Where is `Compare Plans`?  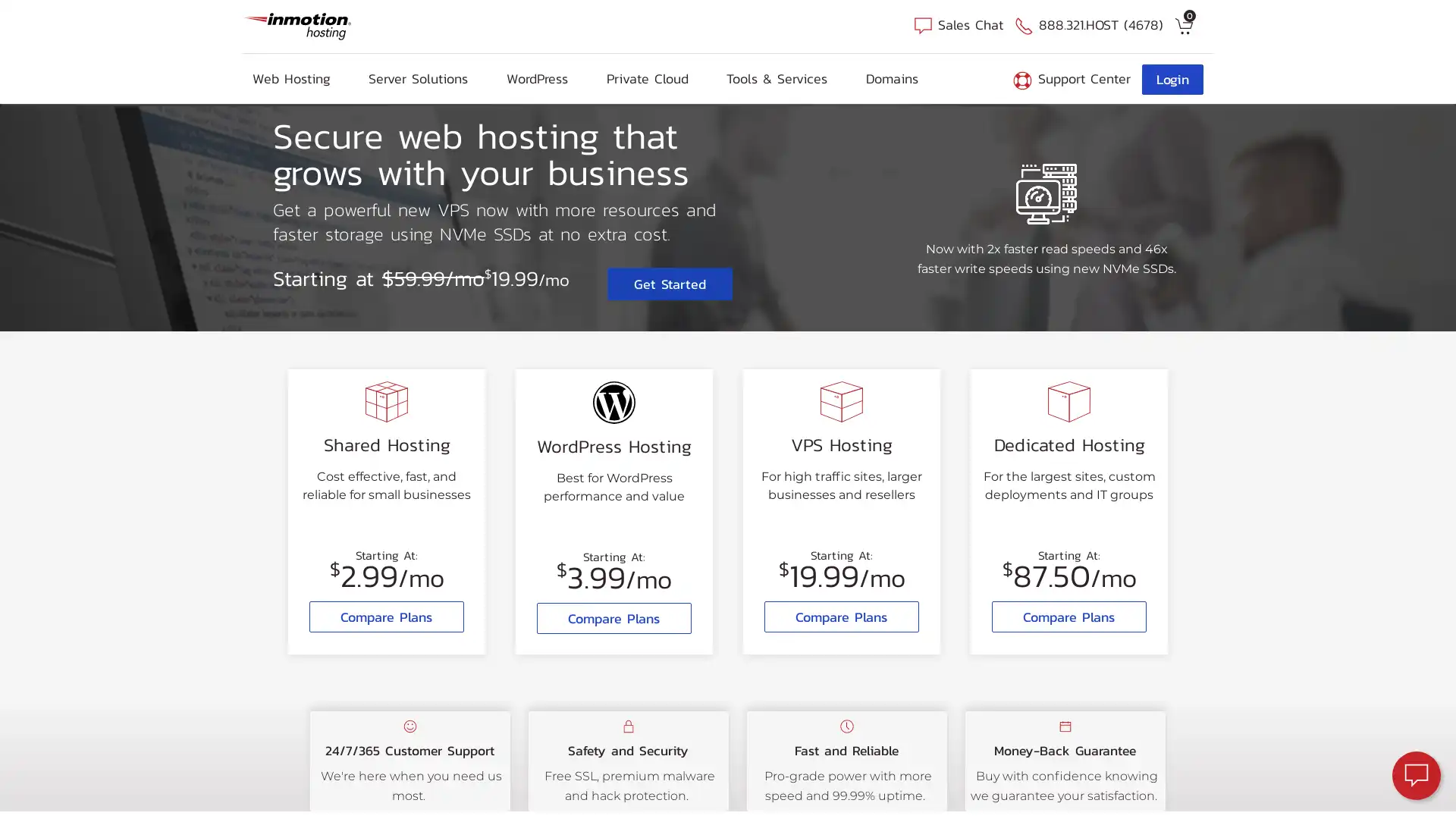 Compare Plans is located at coordinates (386, 617).